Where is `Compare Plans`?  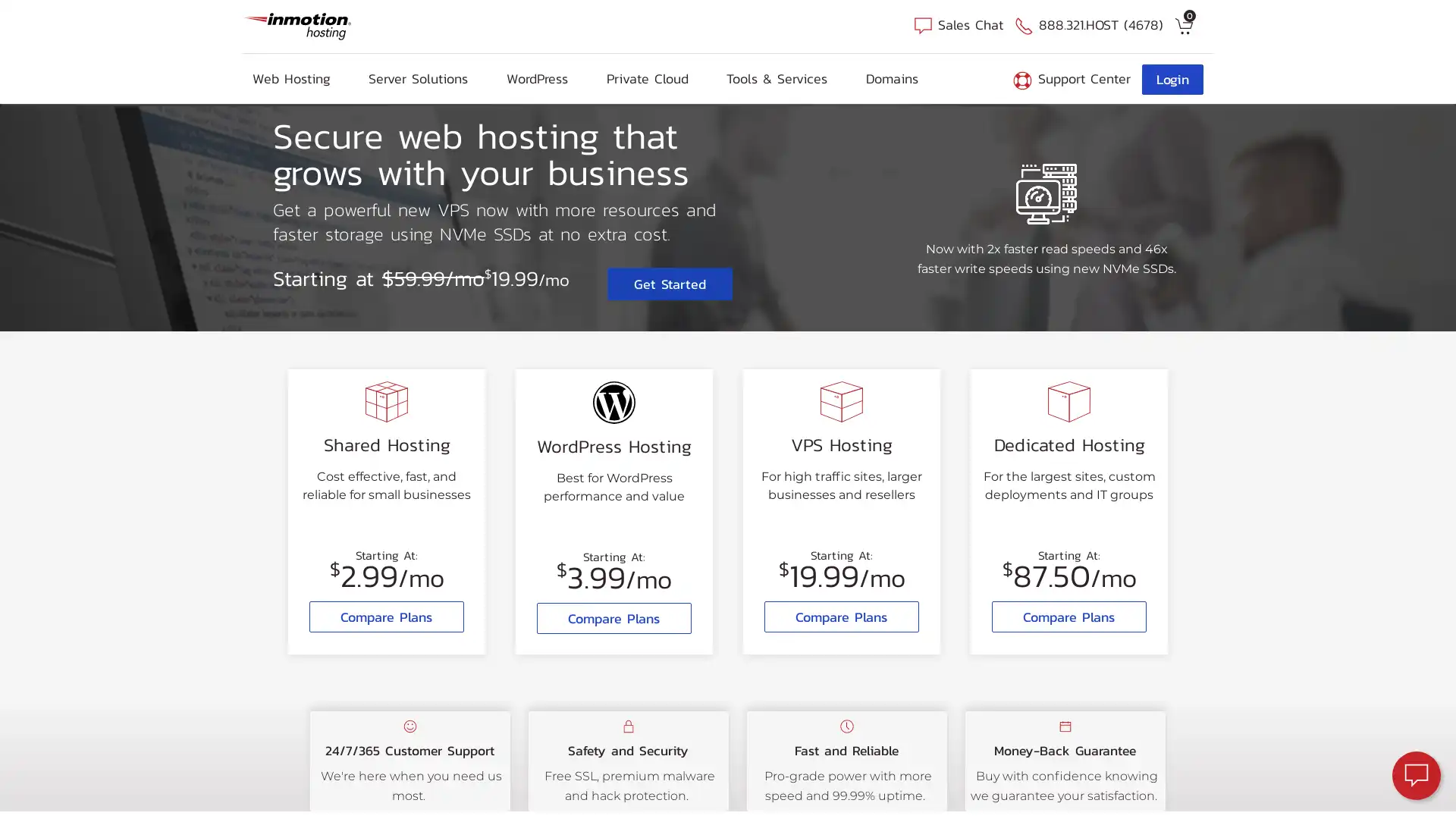 Compare Plans is located at coordinates (386, 617).